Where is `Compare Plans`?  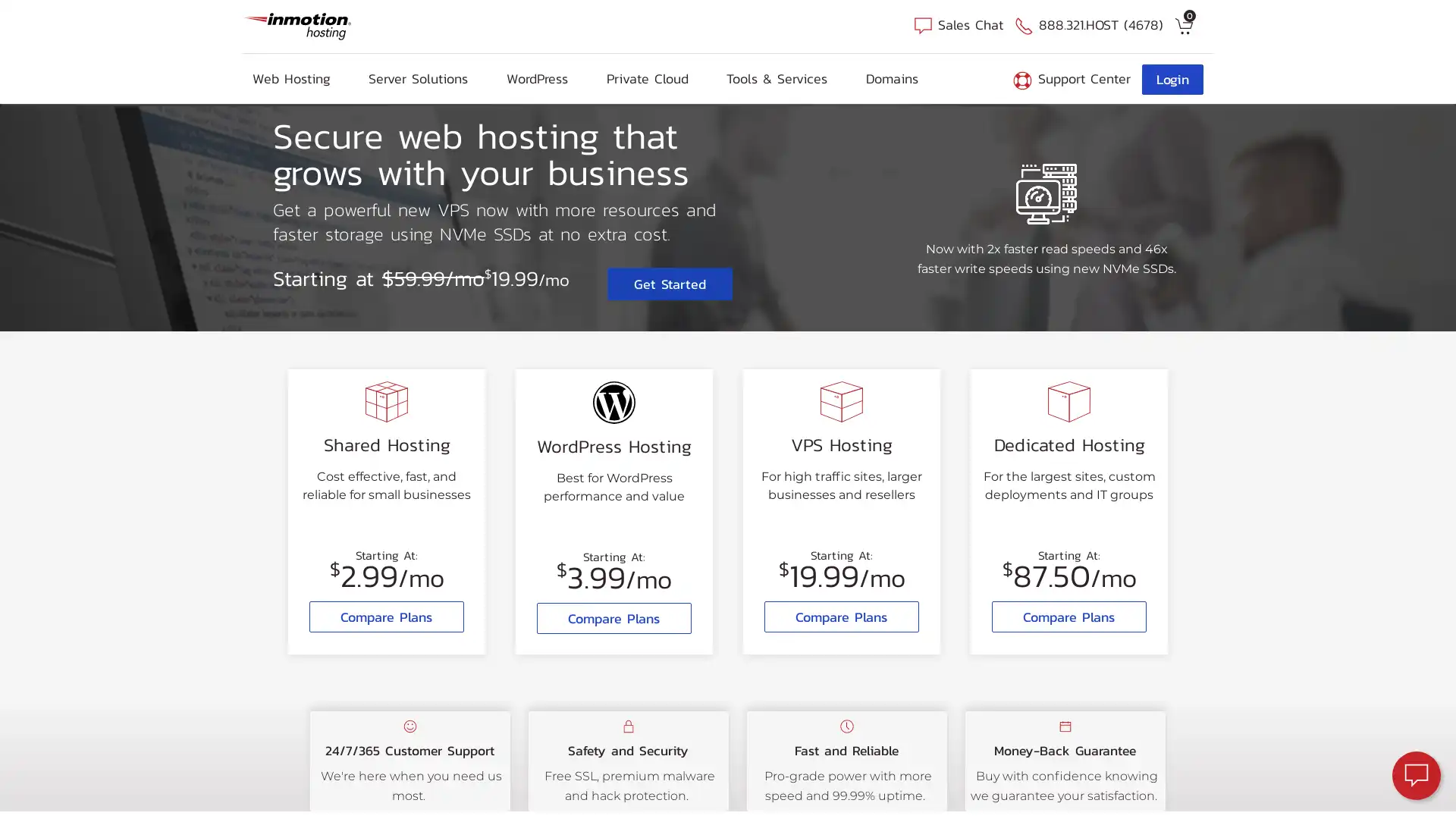 Compare Plans is located at coordinates (386, 617).